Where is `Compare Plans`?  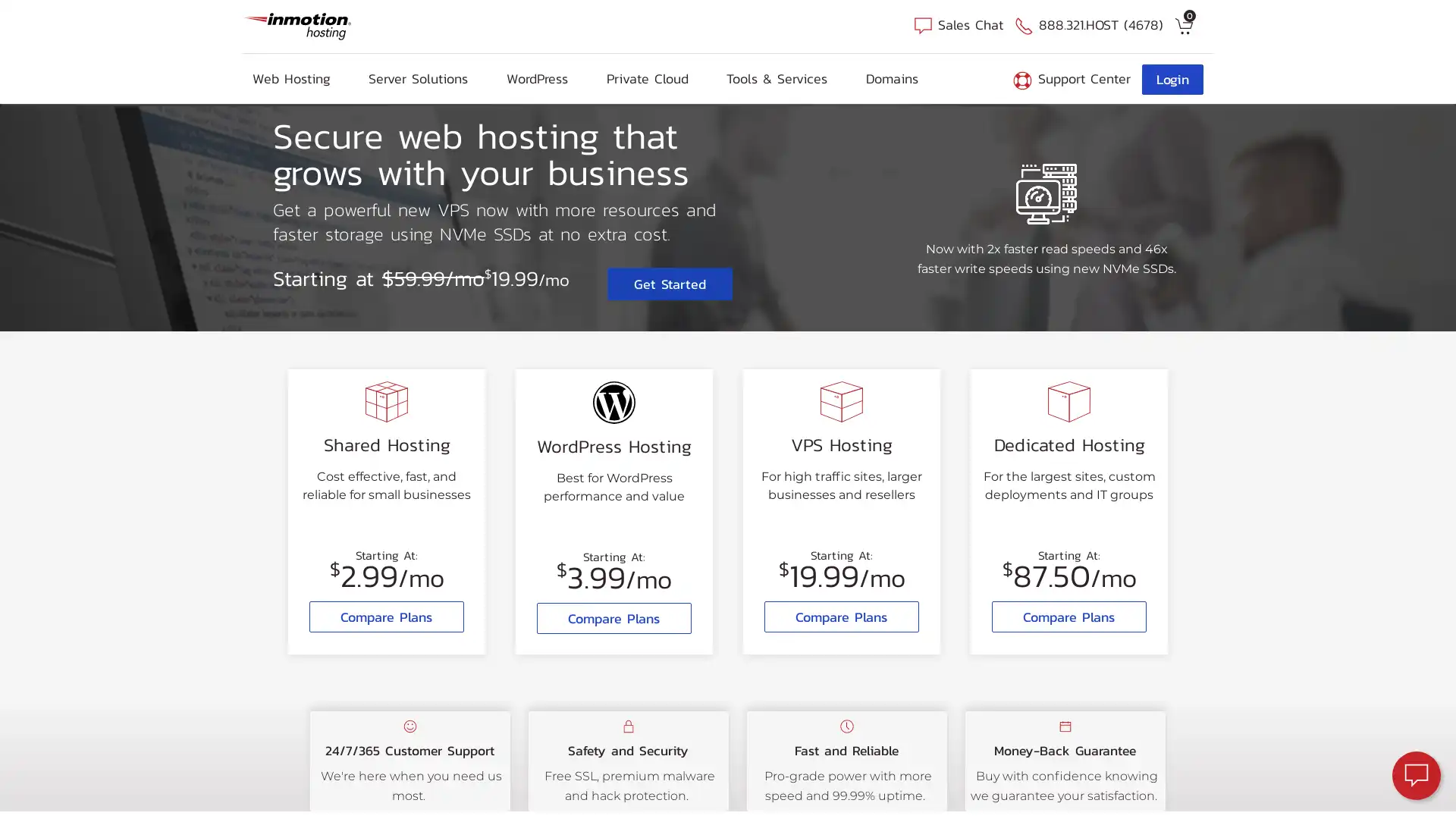 Compare Plans is located at coordinates (386, 617).